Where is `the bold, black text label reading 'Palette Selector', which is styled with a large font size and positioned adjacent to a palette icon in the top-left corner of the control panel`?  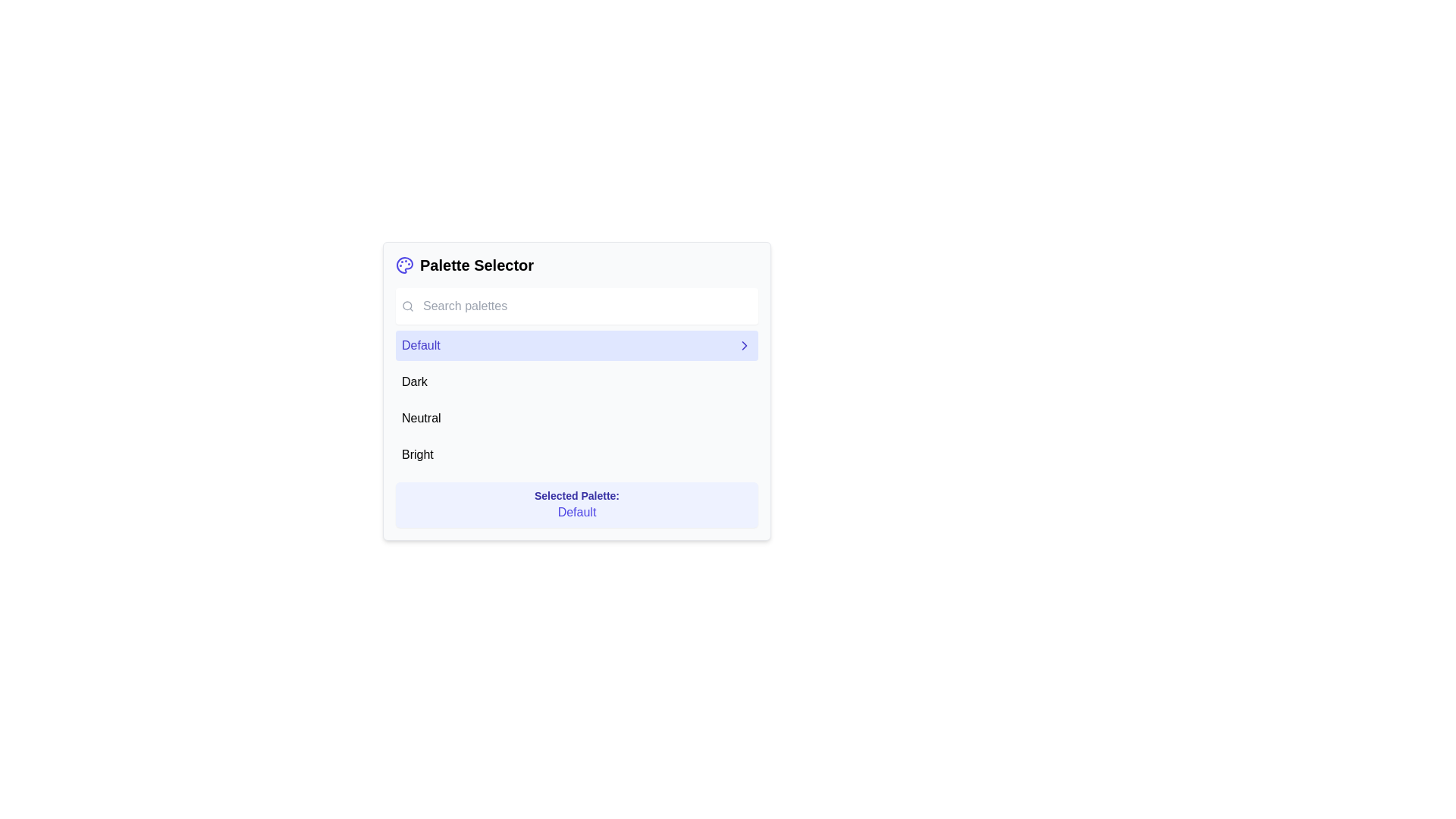 the bold, black text label reading 'Palette Selector', which is styled with a large font size and positioned adjacent to a palette icon in the top-left corner of the control panel is located at coordinates (475, 265).